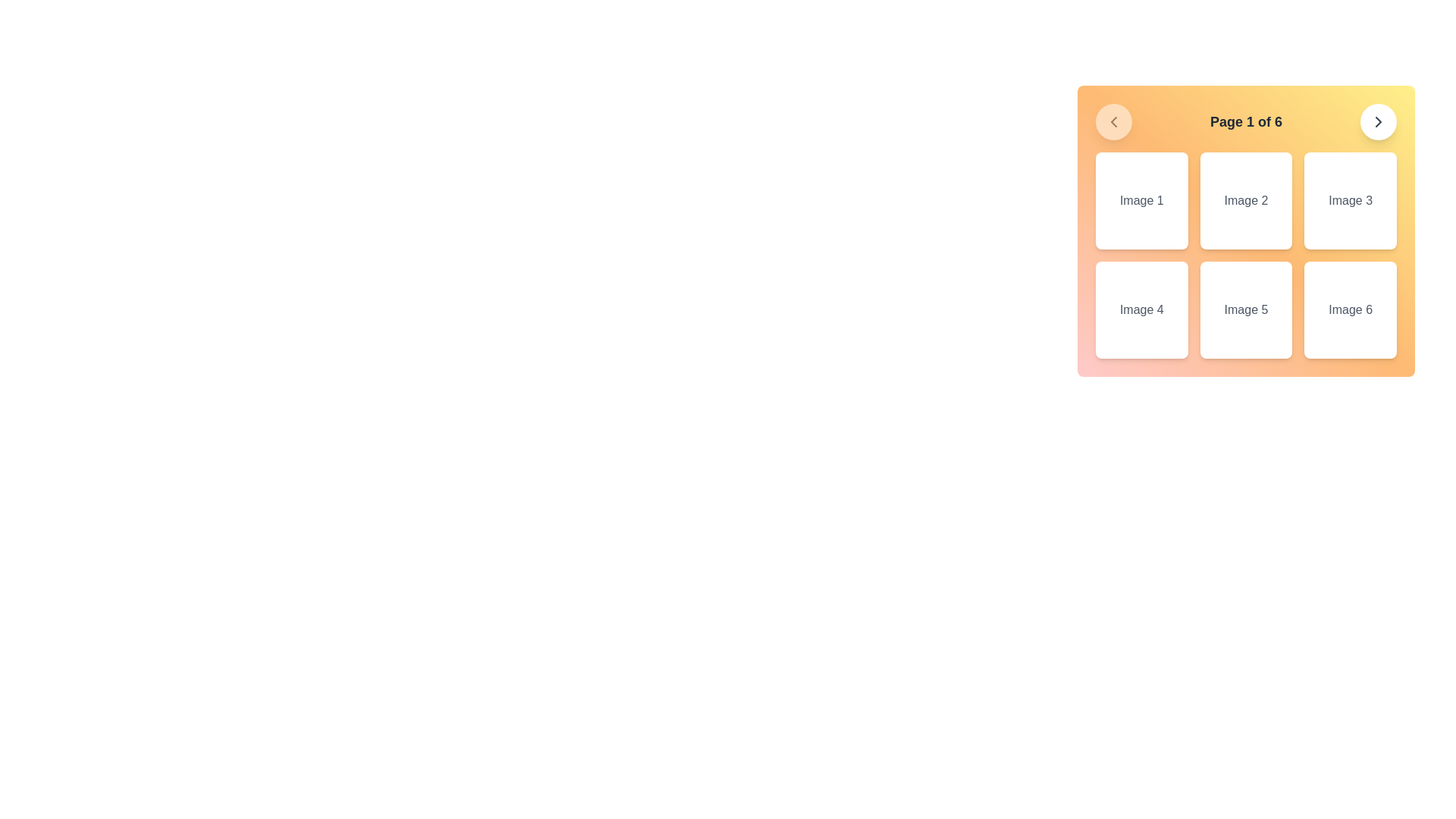 This screenshot has width=1456, height=819. I want to click on the rectangular tile with a white background and gray text labeled 'Image 3', located in the third position of the top row in a grid layout, so click(1351, 200).